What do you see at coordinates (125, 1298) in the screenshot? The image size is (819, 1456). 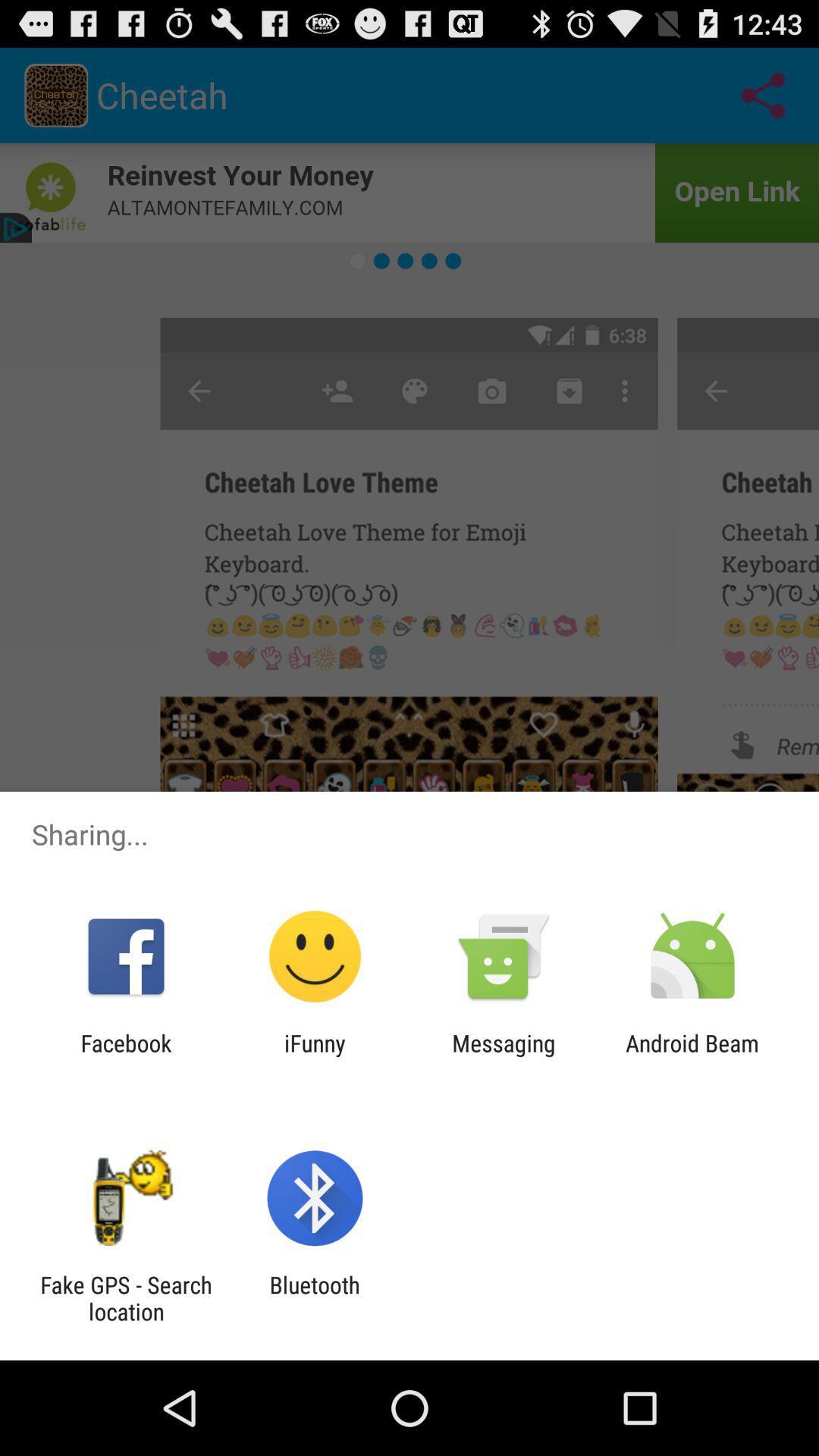 I see `the fake gps search icon` at bounding box center [125, 1298].